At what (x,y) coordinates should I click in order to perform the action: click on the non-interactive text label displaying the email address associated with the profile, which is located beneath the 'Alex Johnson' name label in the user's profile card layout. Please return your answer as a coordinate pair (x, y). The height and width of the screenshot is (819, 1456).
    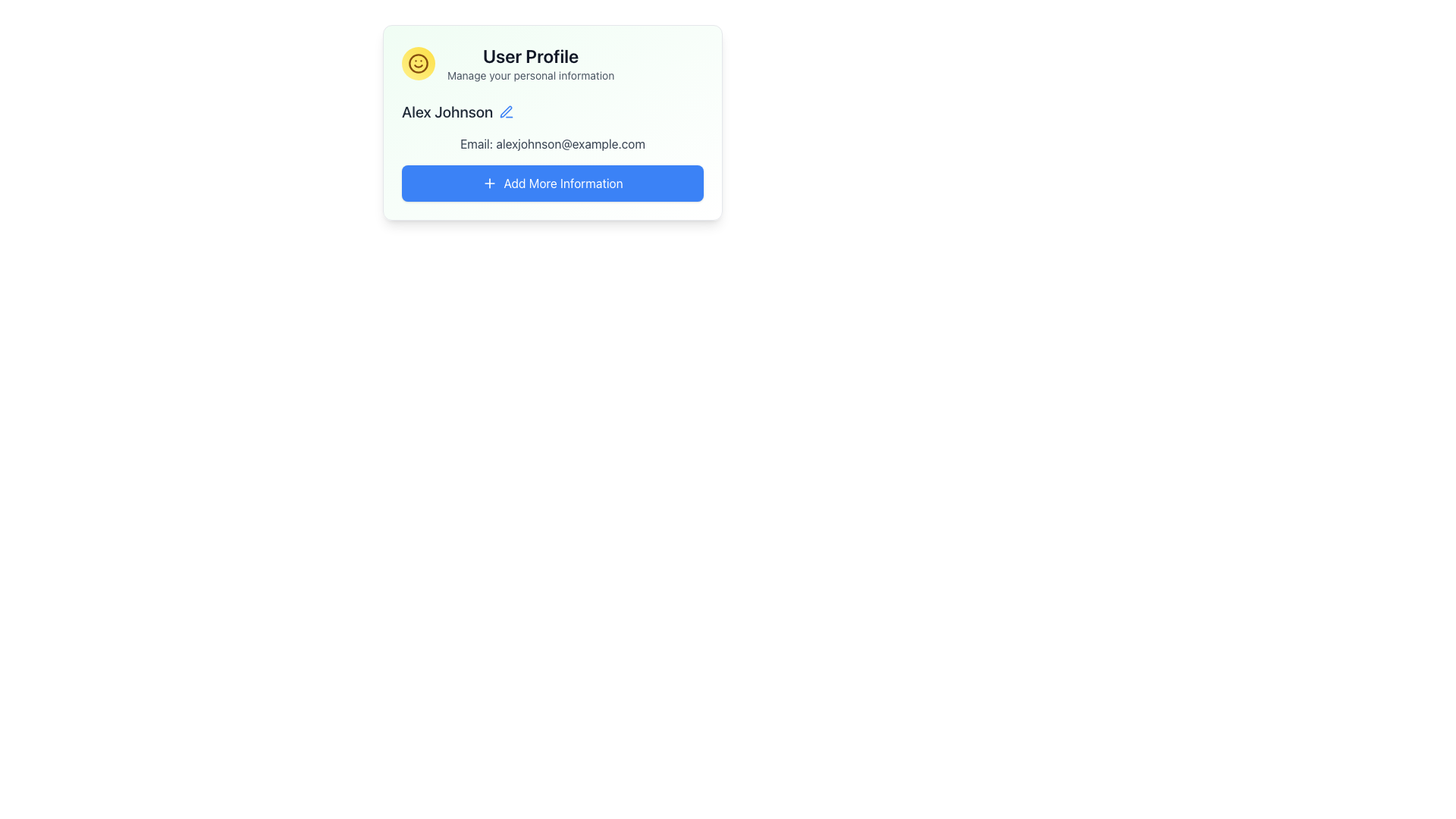
    Looking at the image, I should click on (552, 143).